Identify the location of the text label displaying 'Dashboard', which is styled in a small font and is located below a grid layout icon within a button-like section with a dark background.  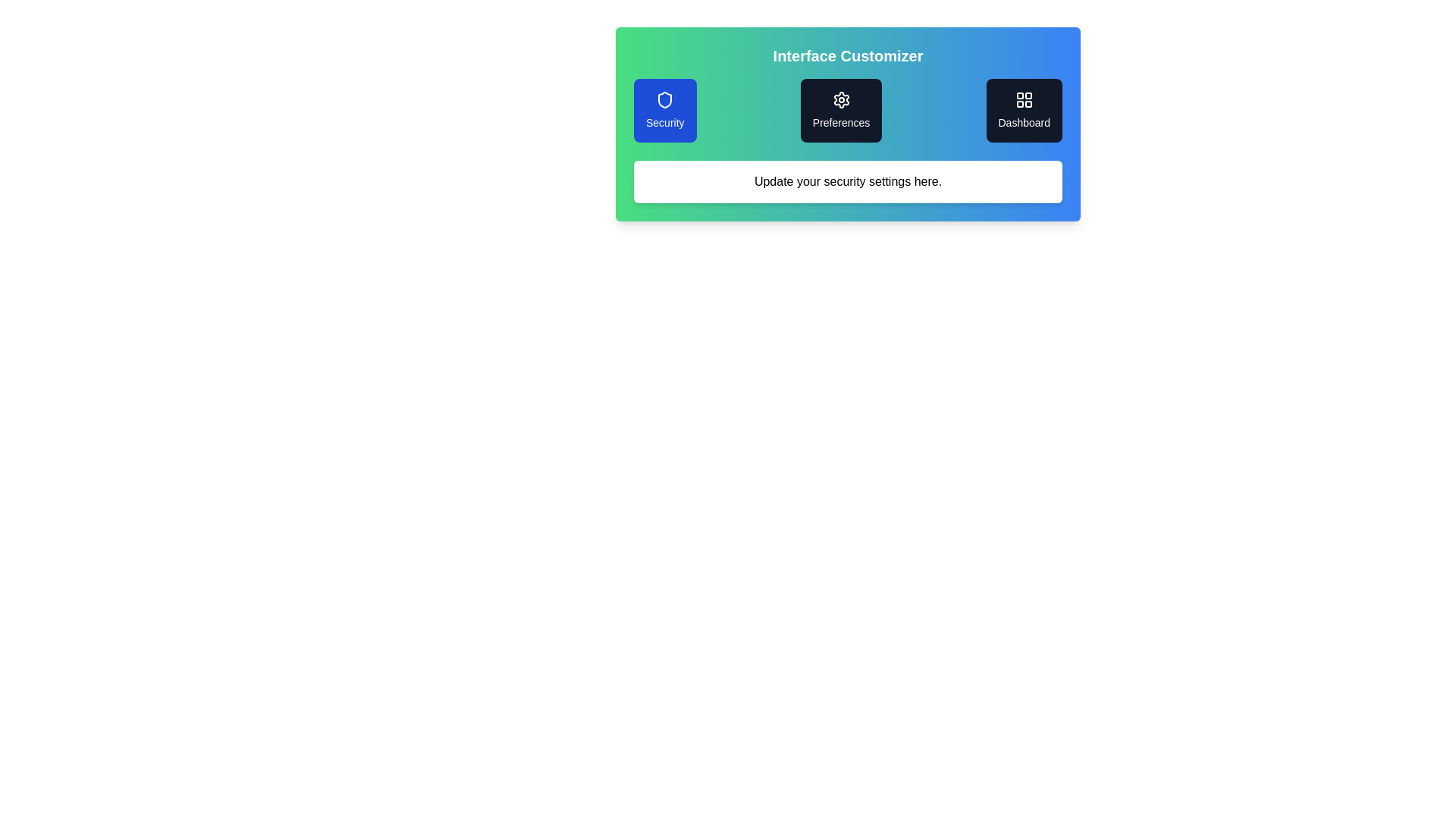
(1024, 122).